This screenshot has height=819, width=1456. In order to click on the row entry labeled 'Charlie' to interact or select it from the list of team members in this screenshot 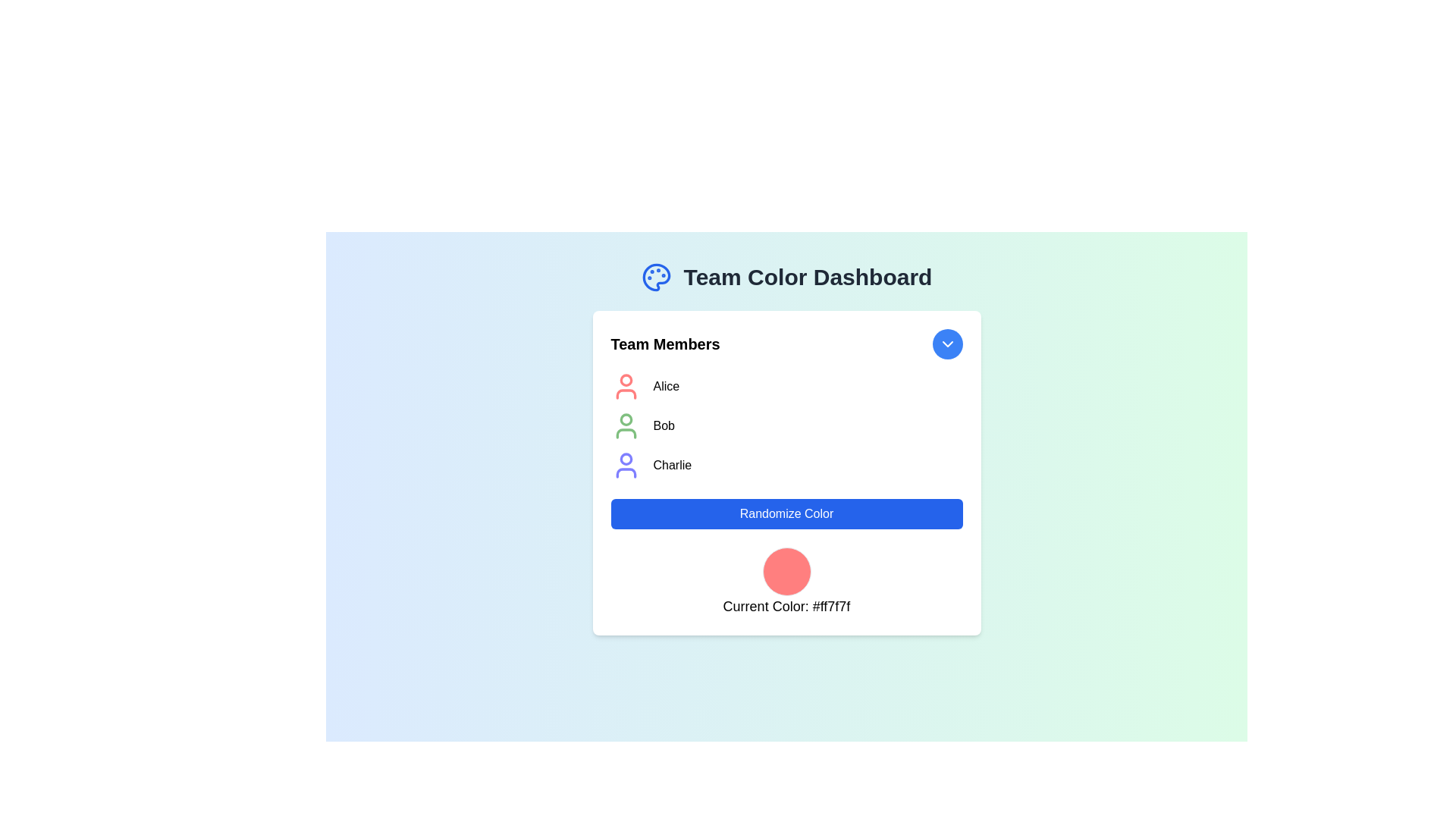, I will do `click(786, 464)`.